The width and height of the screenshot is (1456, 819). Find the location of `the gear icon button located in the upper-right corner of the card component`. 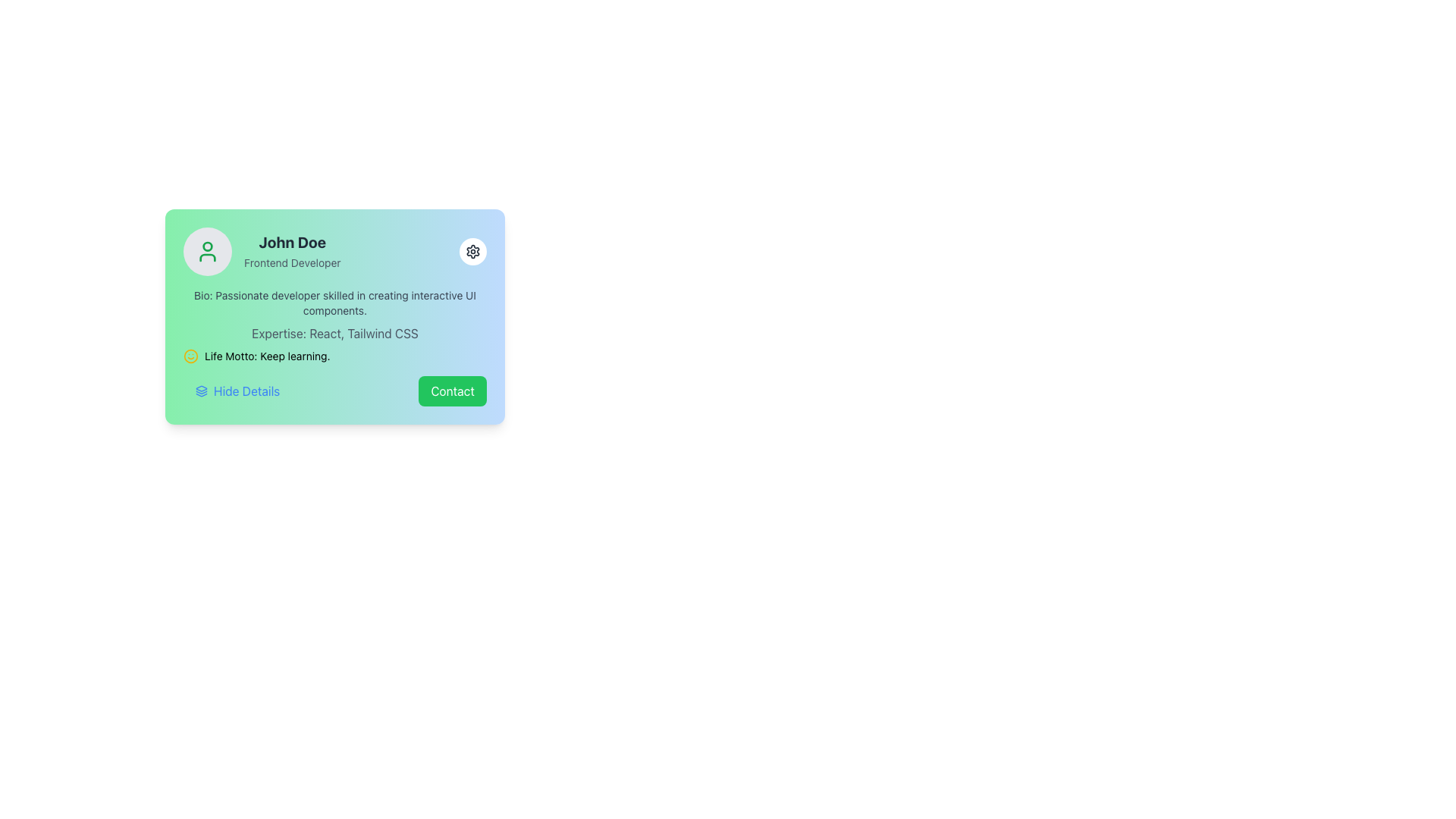

the gear icon button located in the upper-right corner of the card component is located at coordinates (472, 250).